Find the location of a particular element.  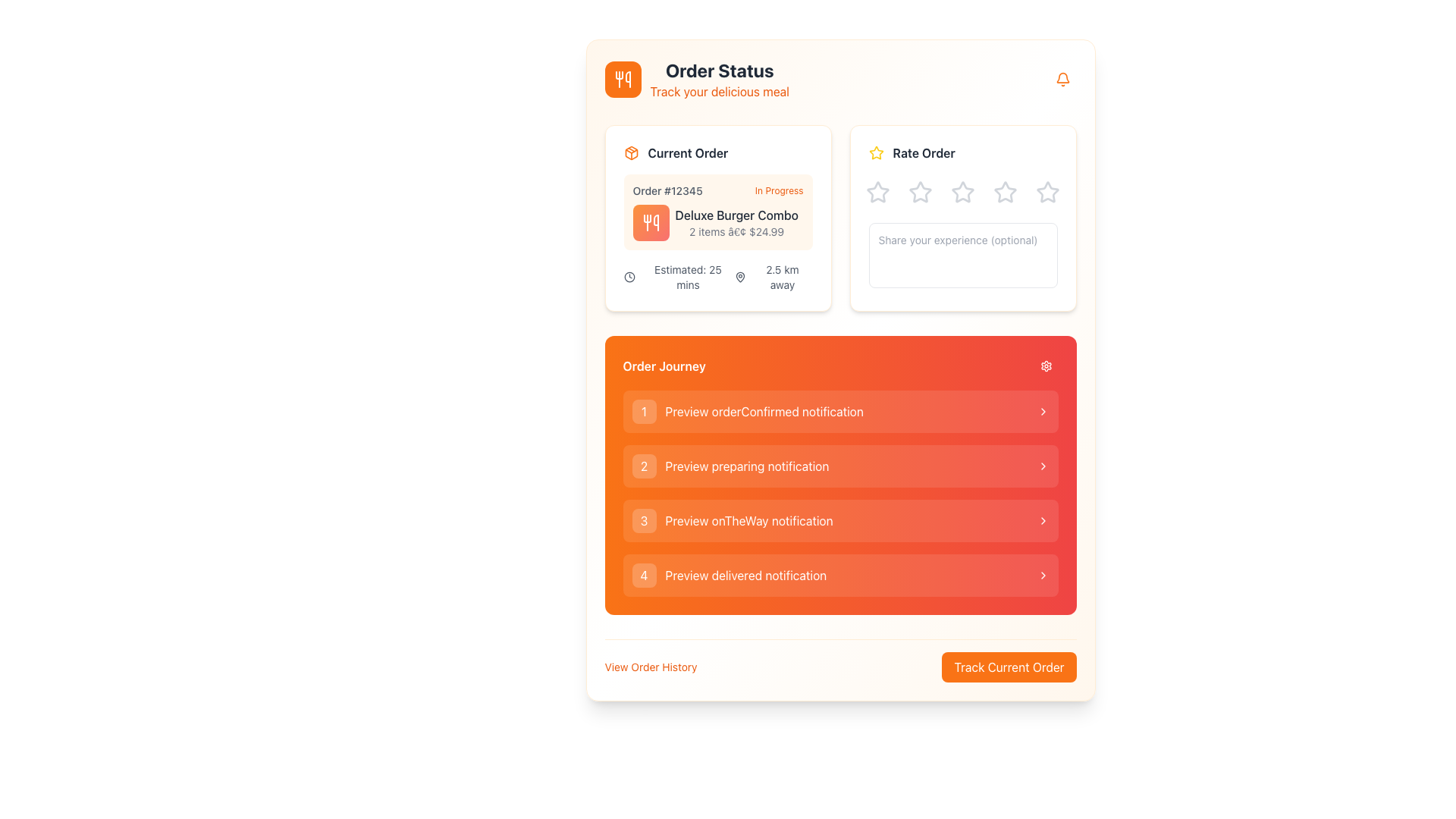

the first Button-like list item displaying 'Preview orderConfirmed notification', which contains a small icon with '1' and a right-pointing chevron icon, located under the 'Order Journey' header is located at coordinates (839, 412).